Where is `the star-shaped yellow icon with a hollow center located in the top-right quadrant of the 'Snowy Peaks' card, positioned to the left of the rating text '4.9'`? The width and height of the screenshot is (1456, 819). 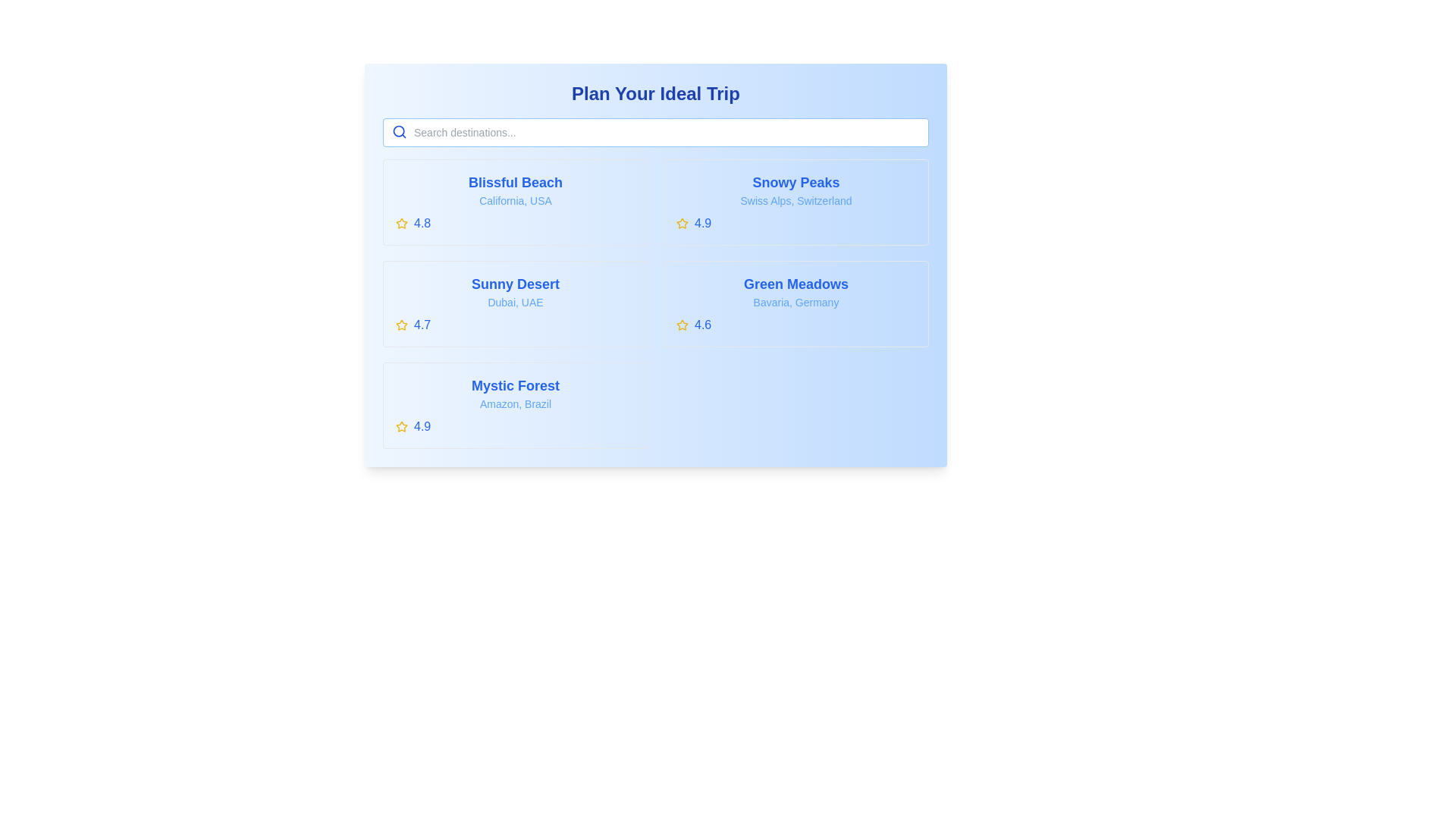 the star-shaped yellow icon with a hollow center located in the top-right quadrant of the 'Snowy Peaks' card, positioned to the left of the rating text '4.9' is located at coordinates (682, 223).